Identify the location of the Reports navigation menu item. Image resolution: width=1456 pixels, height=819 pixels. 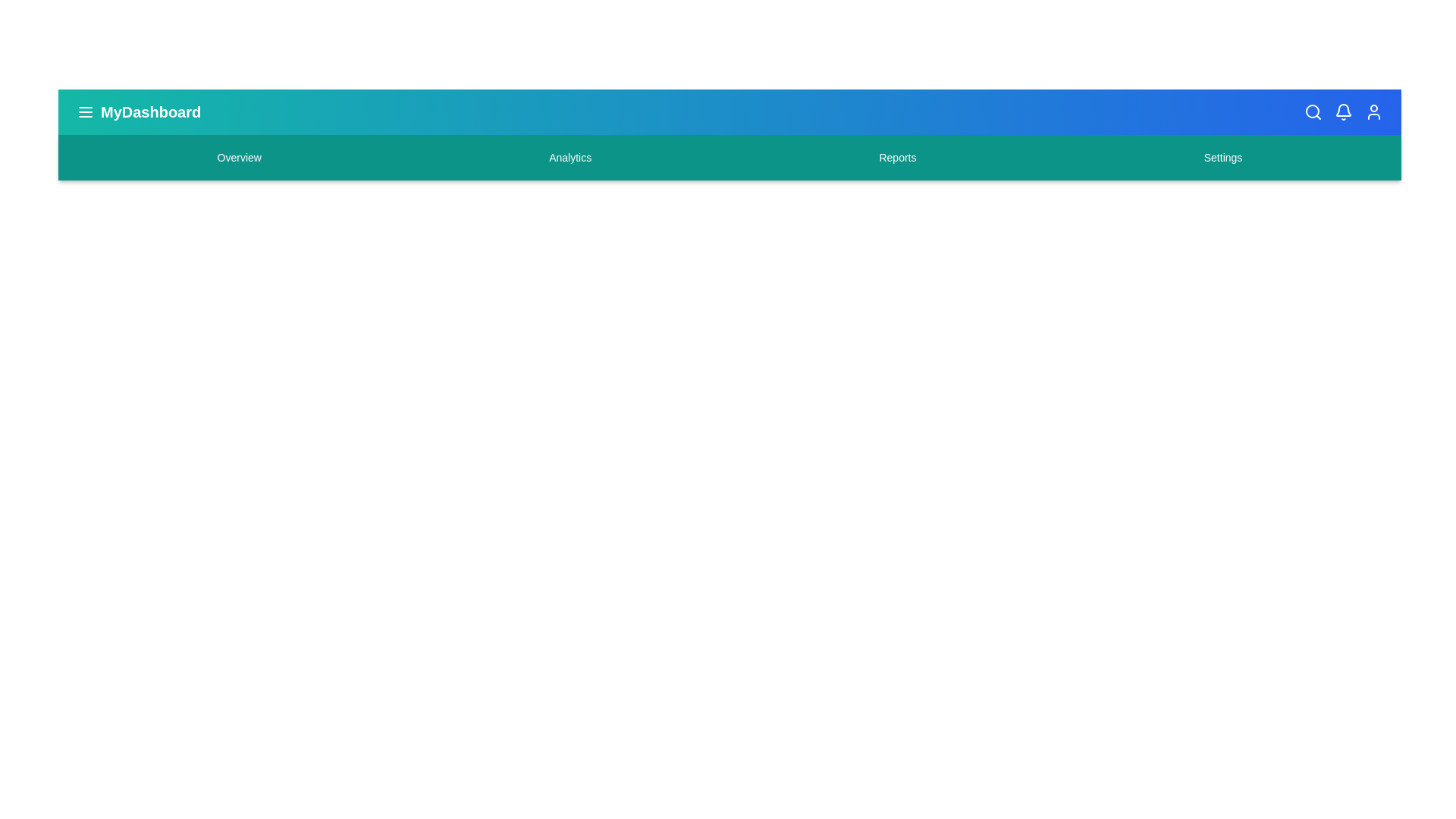
(898, 158).